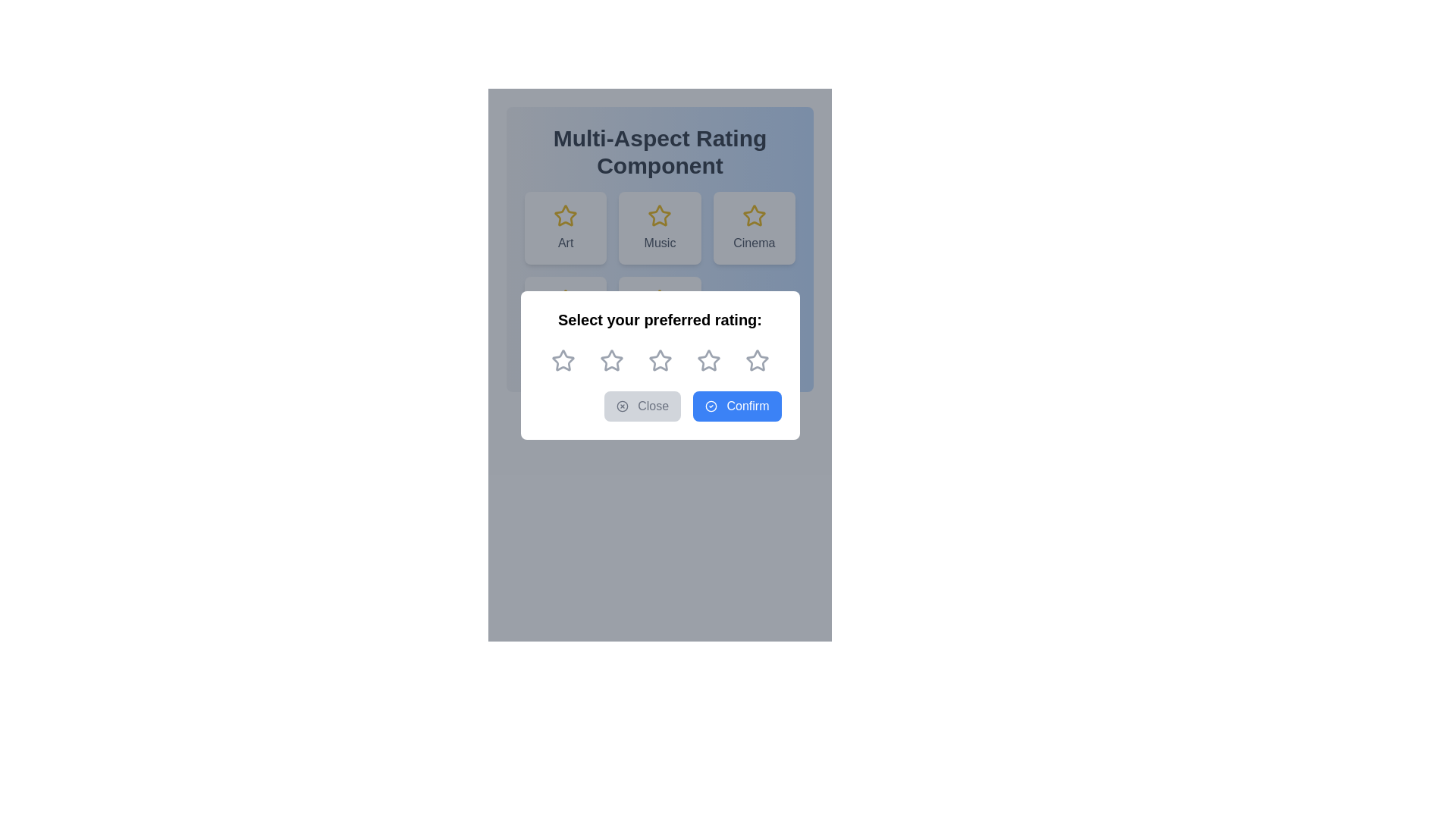 Image resolution: width=1456 pixels, height=819 pixels. What do you see at coordinates (565, 216) in the screenshot?
I see `the yellow star icon located above the 'Art' label` at bounding box center [565, 216].